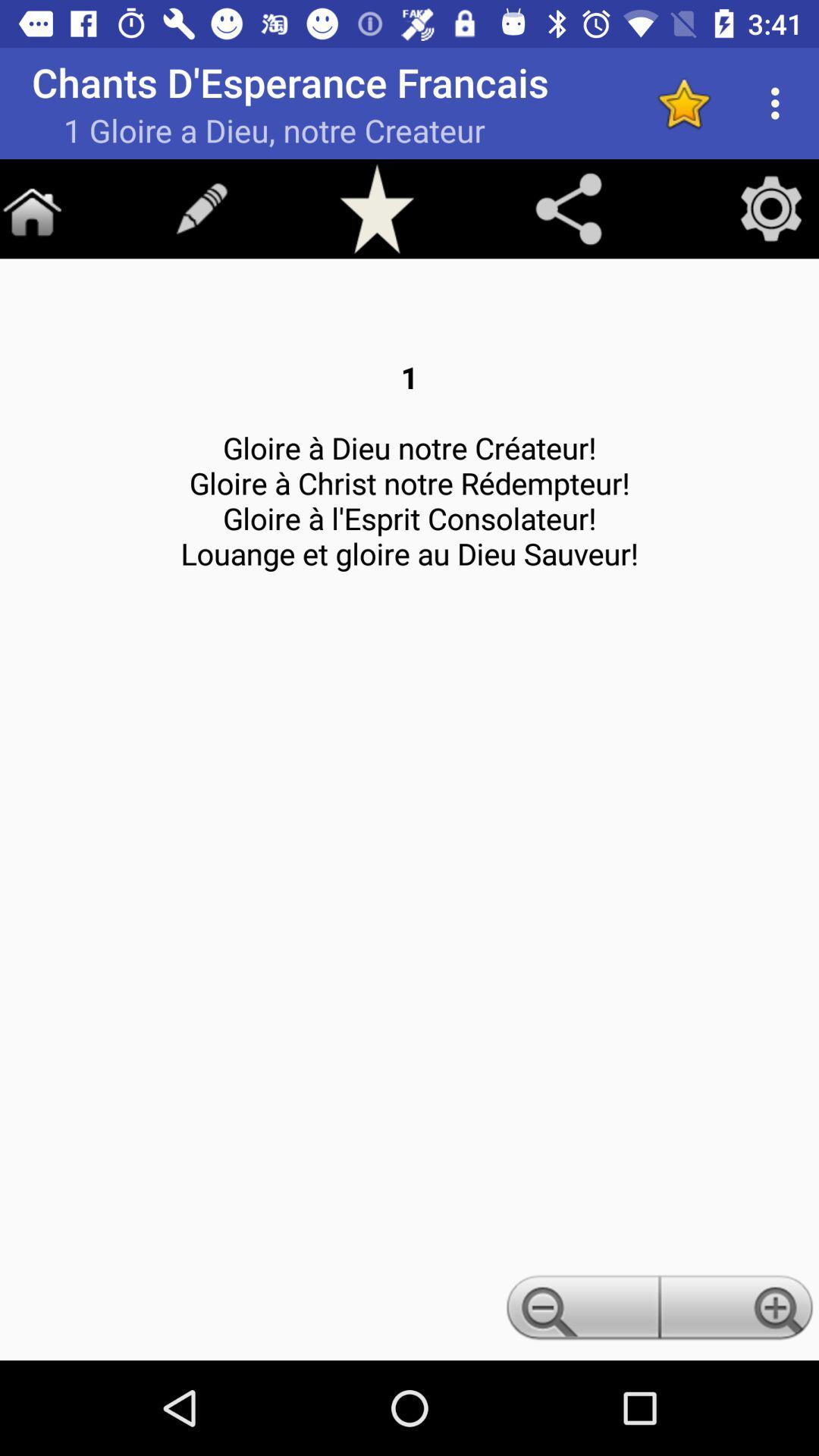 This screenshot has width=819, height=1456. I want to click on zoom out, so click(579, 1311).